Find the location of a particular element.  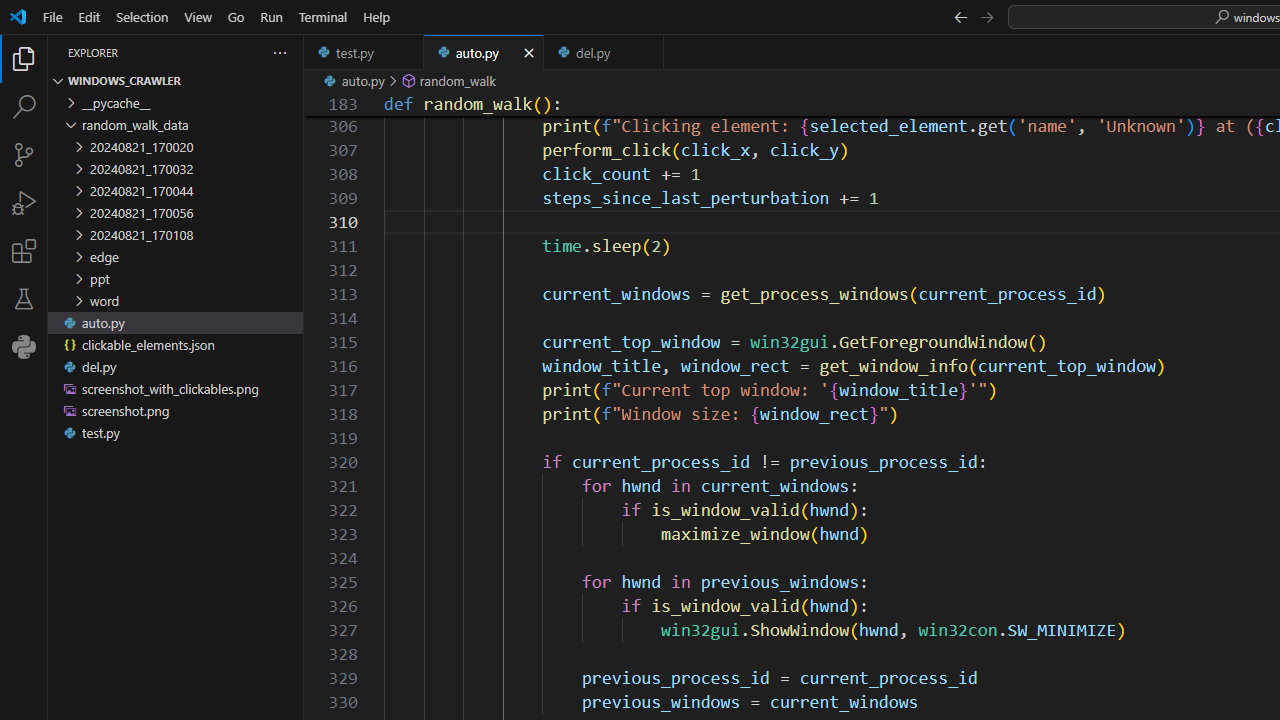

'Go' is located at coordinates (236, 16).